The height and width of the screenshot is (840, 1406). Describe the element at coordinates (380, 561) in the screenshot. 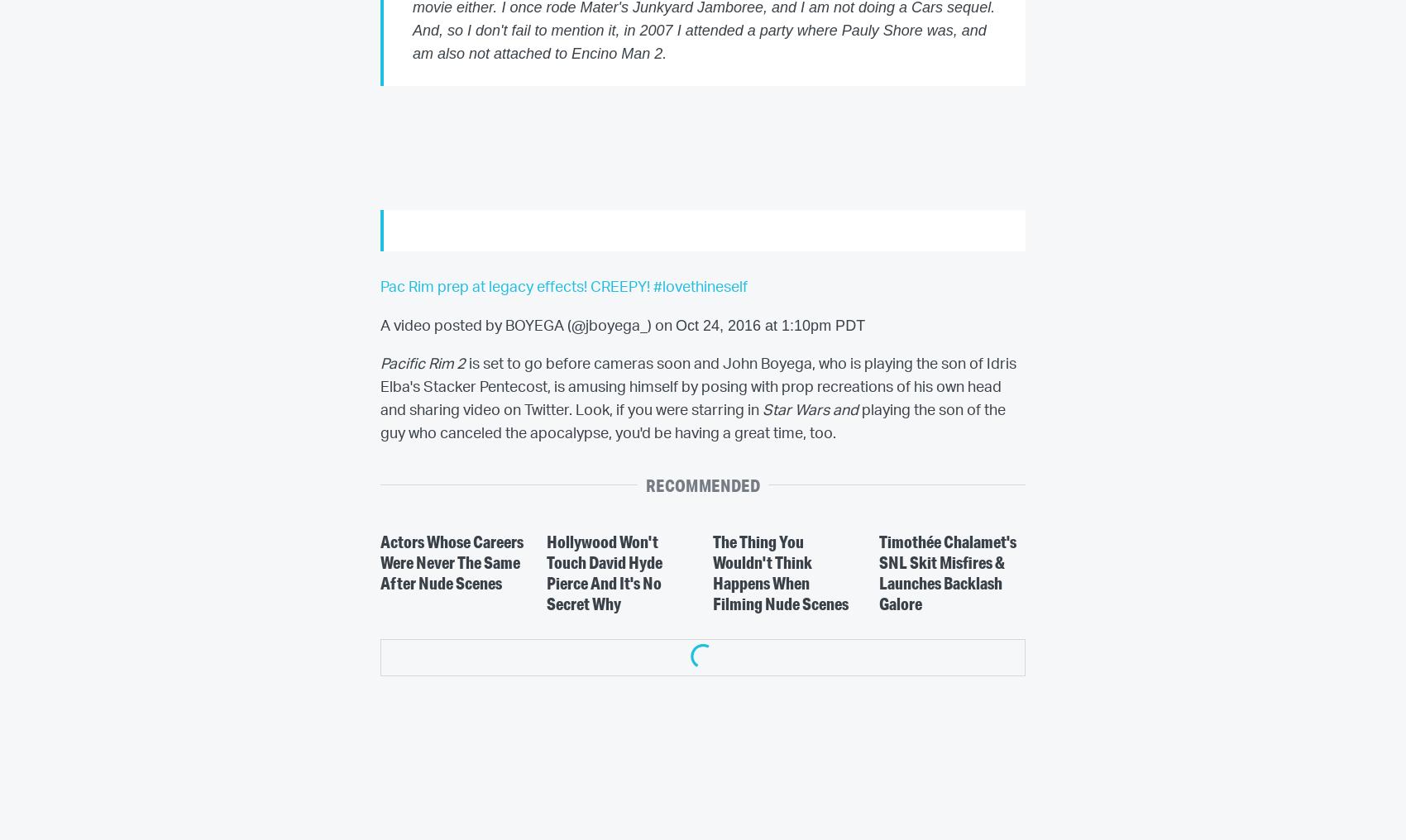

I see `'Actors Whose Careers Were Never The Same After Nude Scenes'` at that location.